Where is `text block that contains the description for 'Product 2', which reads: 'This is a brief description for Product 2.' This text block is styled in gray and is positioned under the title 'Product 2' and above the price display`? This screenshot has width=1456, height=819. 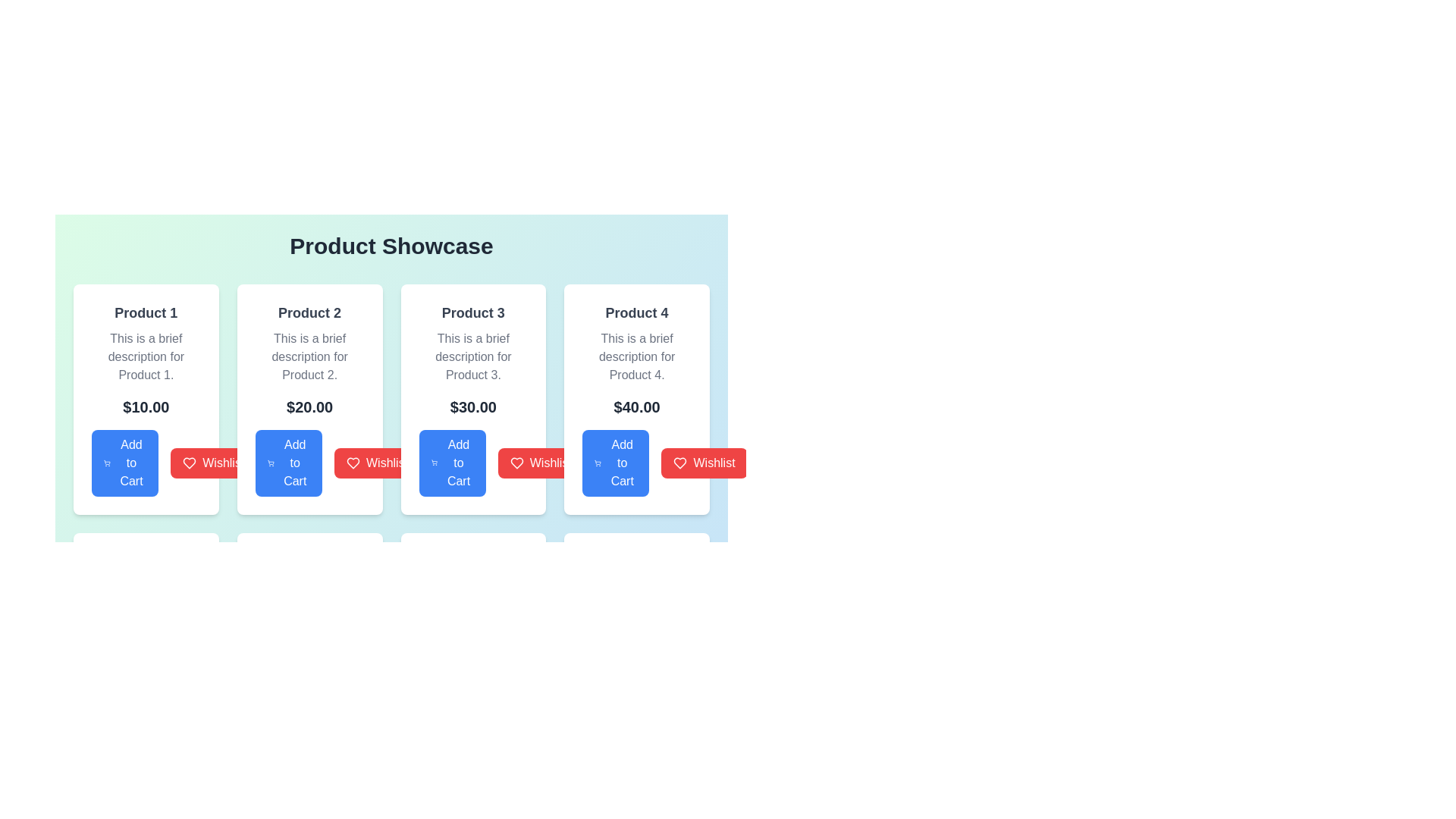
text block that contains the description for 'Product 2', which reads: 'This is a brief description for Product 2.' This text block is styled in gray and is positioned under the title 'Product 2' and above the price display is located at coordinates (309, 356).